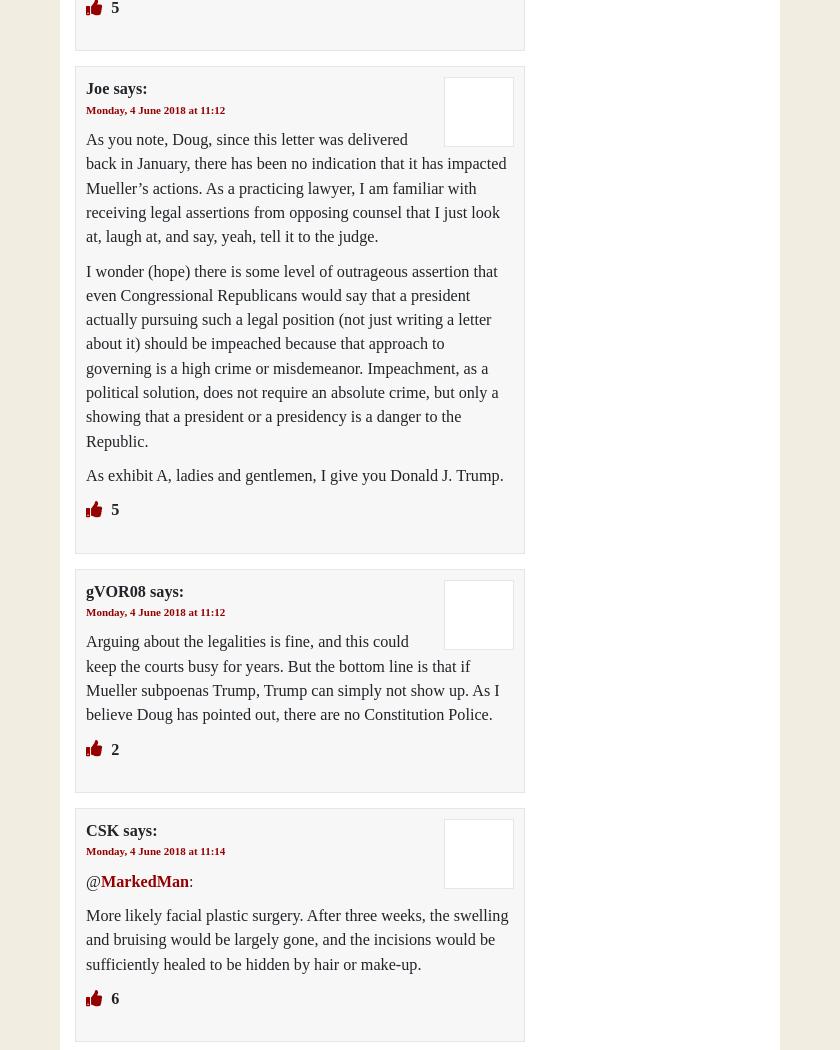 The width and height of the screenshot is (840, 1050). What do you see at coordinates (296, 188) in the screenshot?
I see `'As you note, Doug, since this letter was delivered back in January, there has been no indication that it has impacted Mueller’s actions.  As a practicing lawyer, I am familiar with receiving legal assertions from opposing counsel that I just look at, laugh at, and say, yeah, tell it to the judge.'` at bounding box center [296, 188].